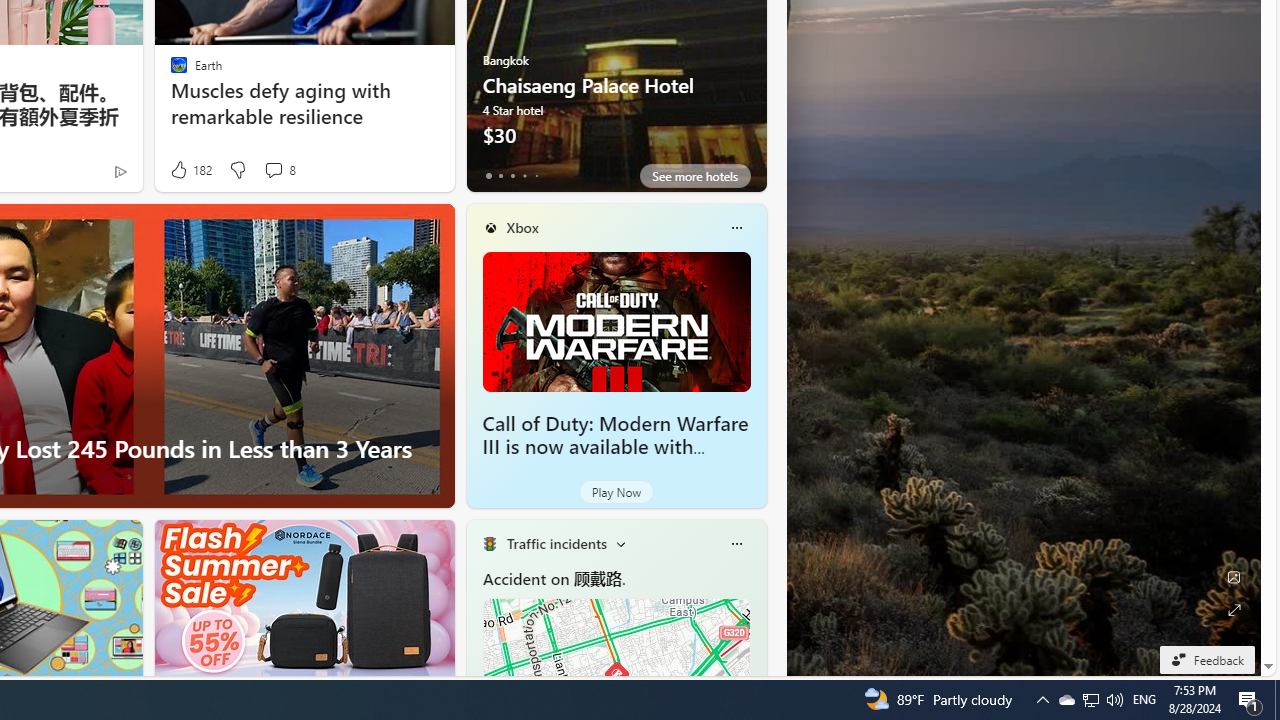  What do you see at coordinates (1205, 659) in the screenshot?
I see `'Feedback'` at bounding box center [1205, 659].